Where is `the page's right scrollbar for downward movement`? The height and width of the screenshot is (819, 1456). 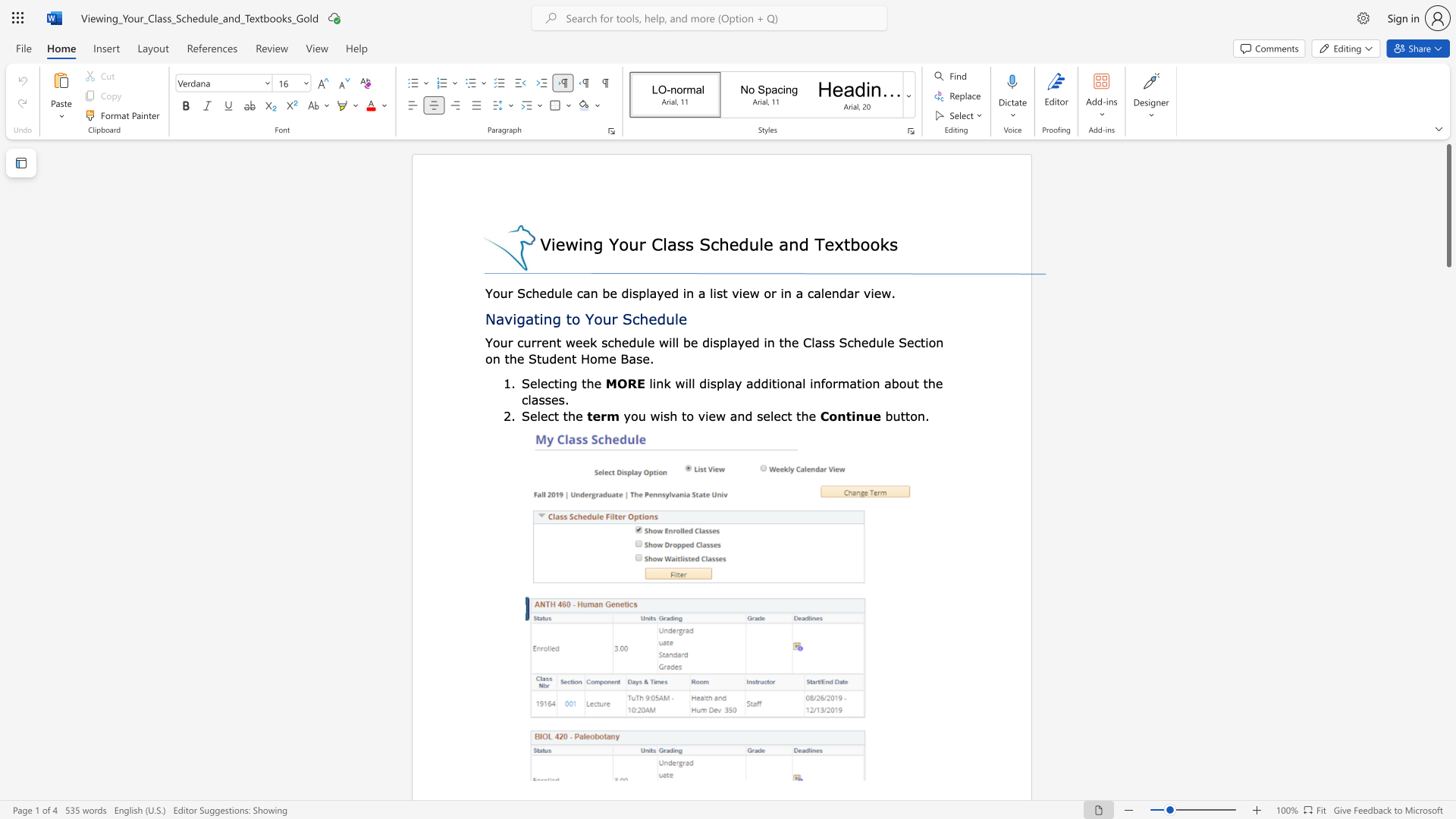 the page's right scrollbar for downward movement is located at coordinates (1448, 288).